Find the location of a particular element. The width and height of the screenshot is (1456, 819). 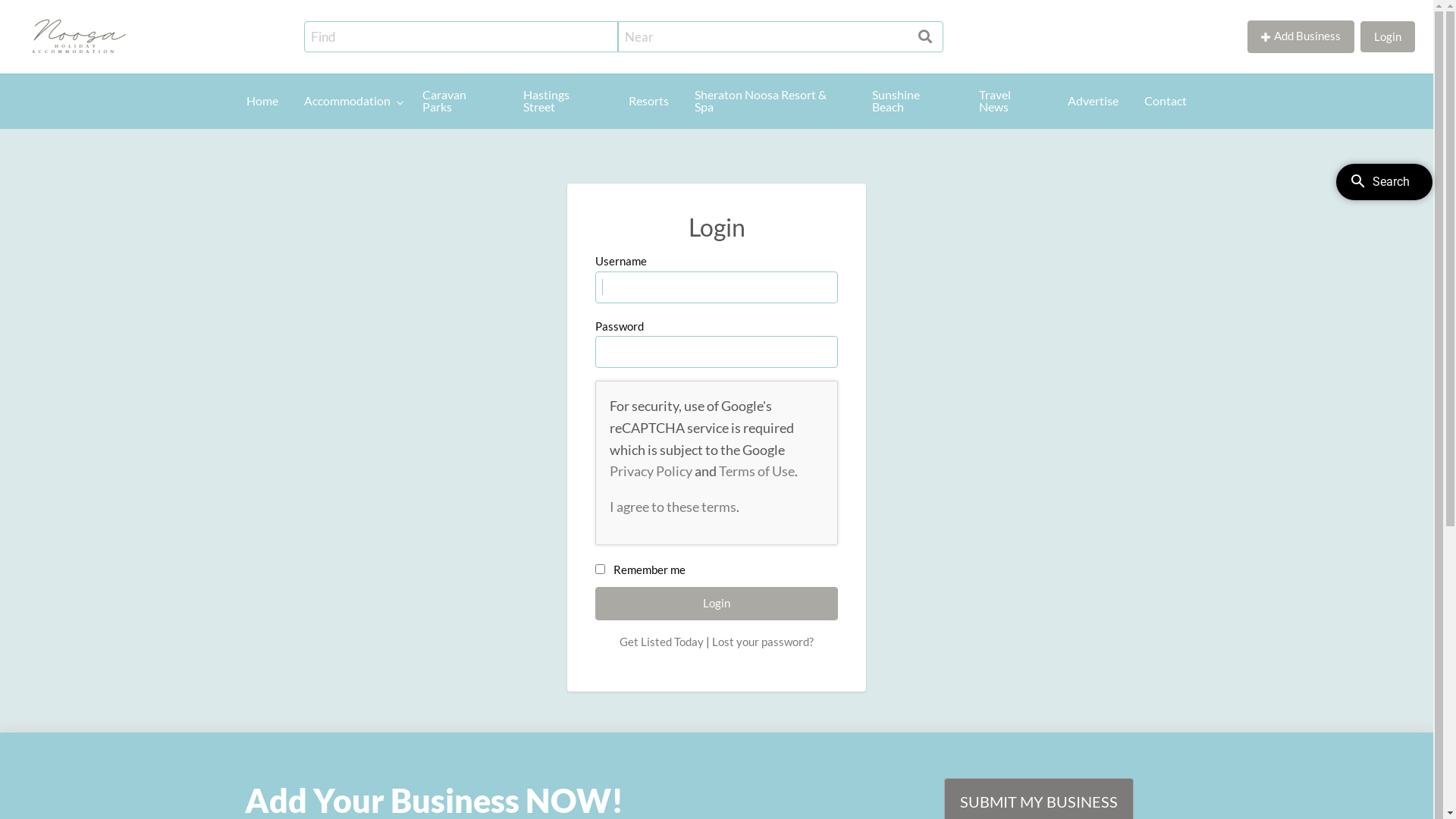

'Add Business' is located at coordinates (1300, 36).